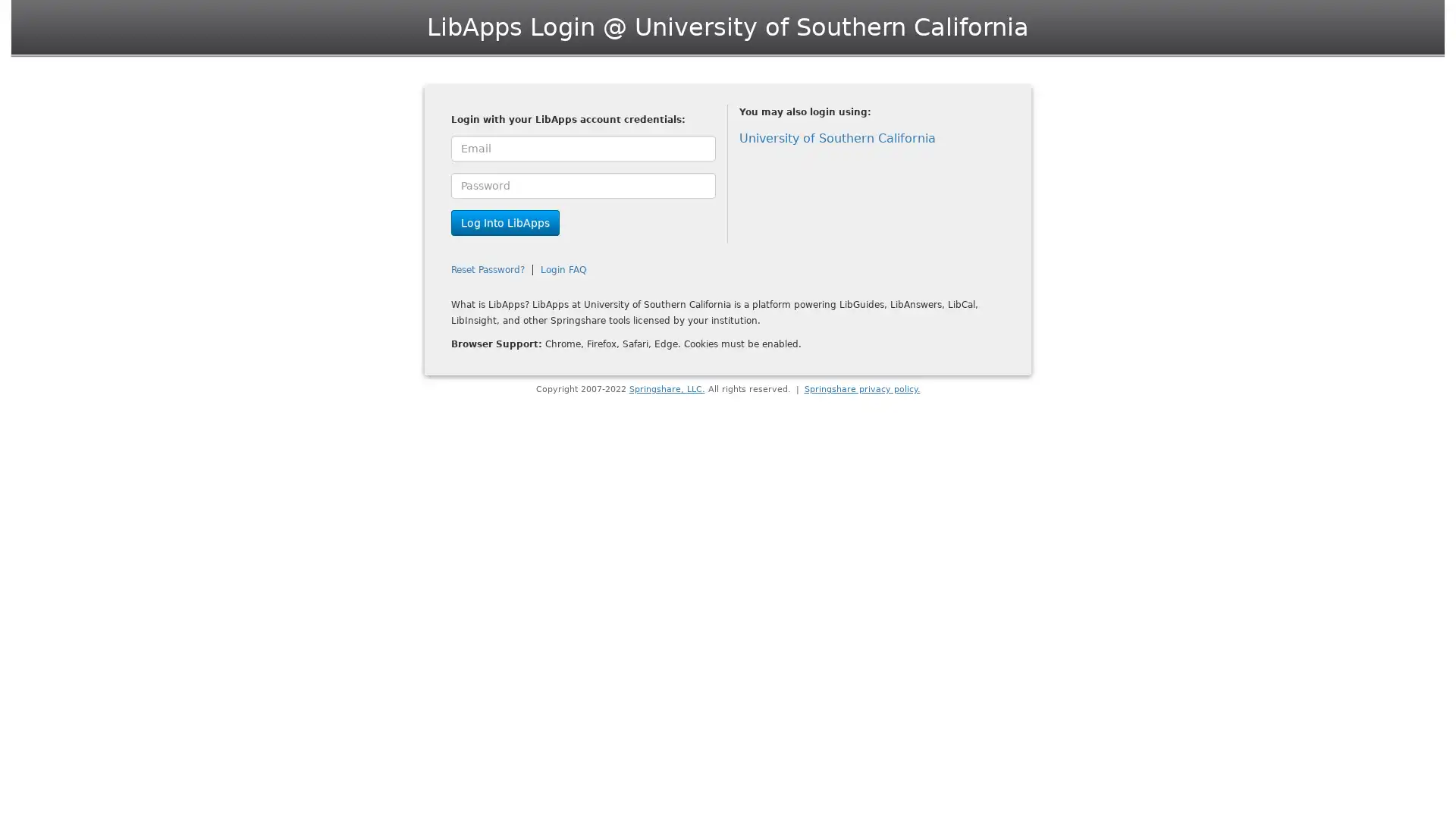 The width and height of the screenshot is (1456, 819). What do you see at coordinates (505, 222) in the screenshot?
I see `Log Into LibApps` at bounding box center [505, 222].